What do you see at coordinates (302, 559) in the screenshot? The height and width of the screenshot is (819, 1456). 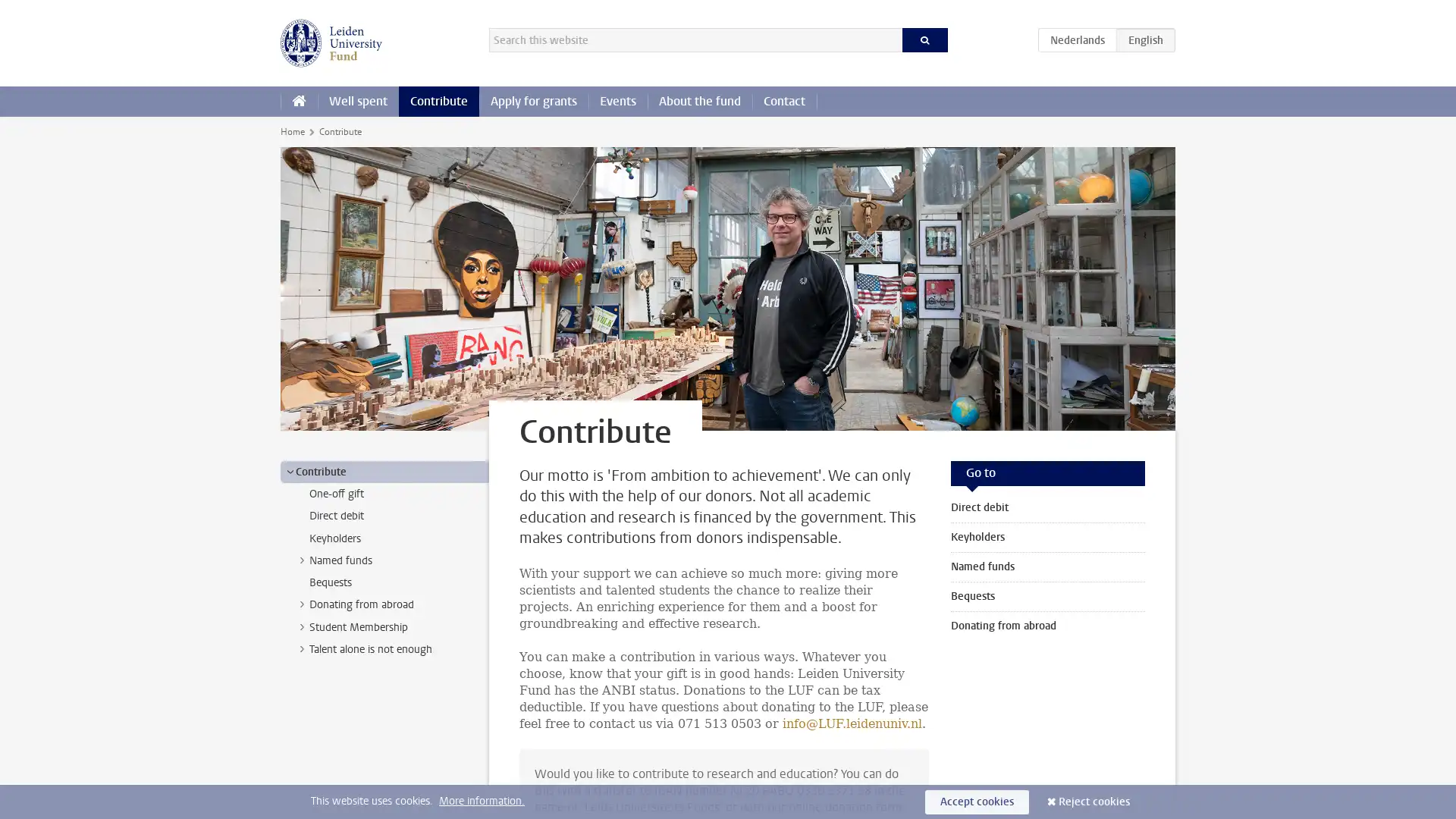 I see `>` at bounding box center [302, 559].